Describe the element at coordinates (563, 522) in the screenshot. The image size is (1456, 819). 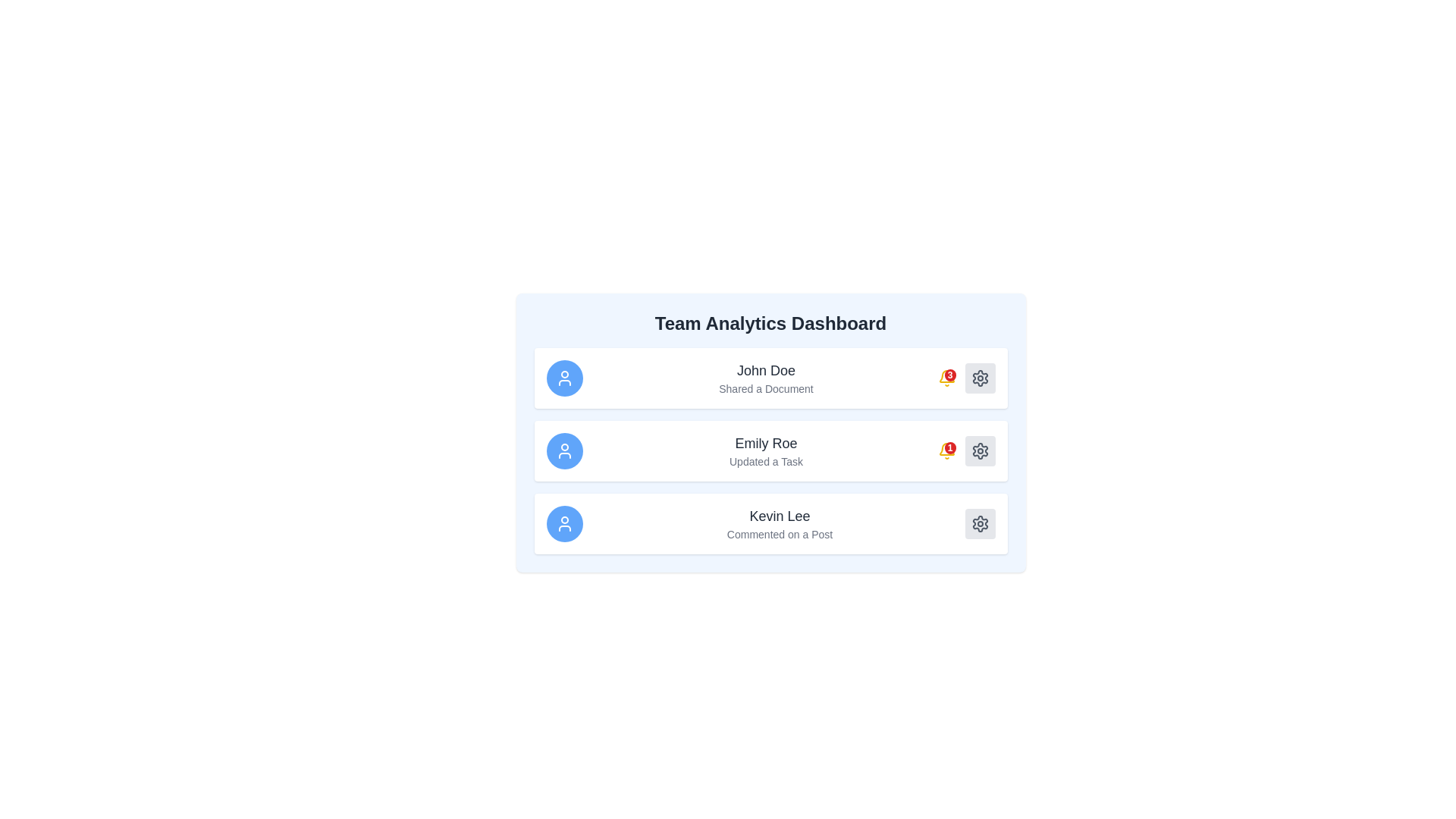
I see `circular blue icon with a white user silhouette representing 'Kevin Lee' located at the bottom of the card list` at that location.